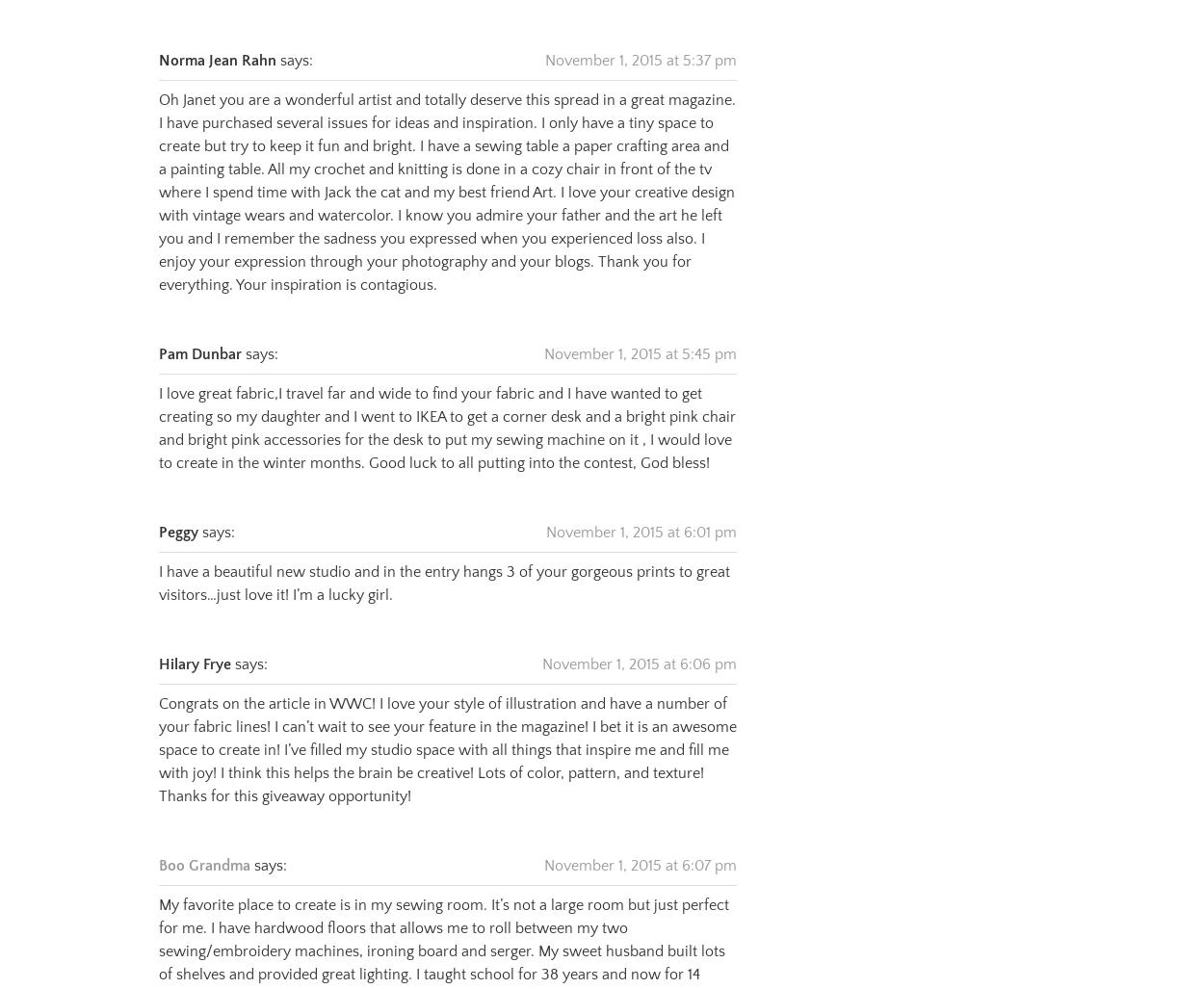  What do you see at coordinates (159, 168) in the screenshot?
I see `'Oh Janet you are a wonderful artist and totally deserve this spread in a great magazine.  I have purchased several issues for ideas and inspiration. I only have a tiny space to create but try to keep it fun and bright.  I have a sewing table a paper crafting area and a painting table. All my crochet and knitting is done in a cozy chair in front of the tv where I spend time with Jack the cat and my best friend Art. I love your creative design with vintage wears and watercolor.  I know you admire your father and the art he left you and I remember the sadness you expressed when you experienced loss also. I enjoy your expression through your photography and your blogs. Thank you for everything. Your inspiration is contagious.'` at bounding box center [159, 168].